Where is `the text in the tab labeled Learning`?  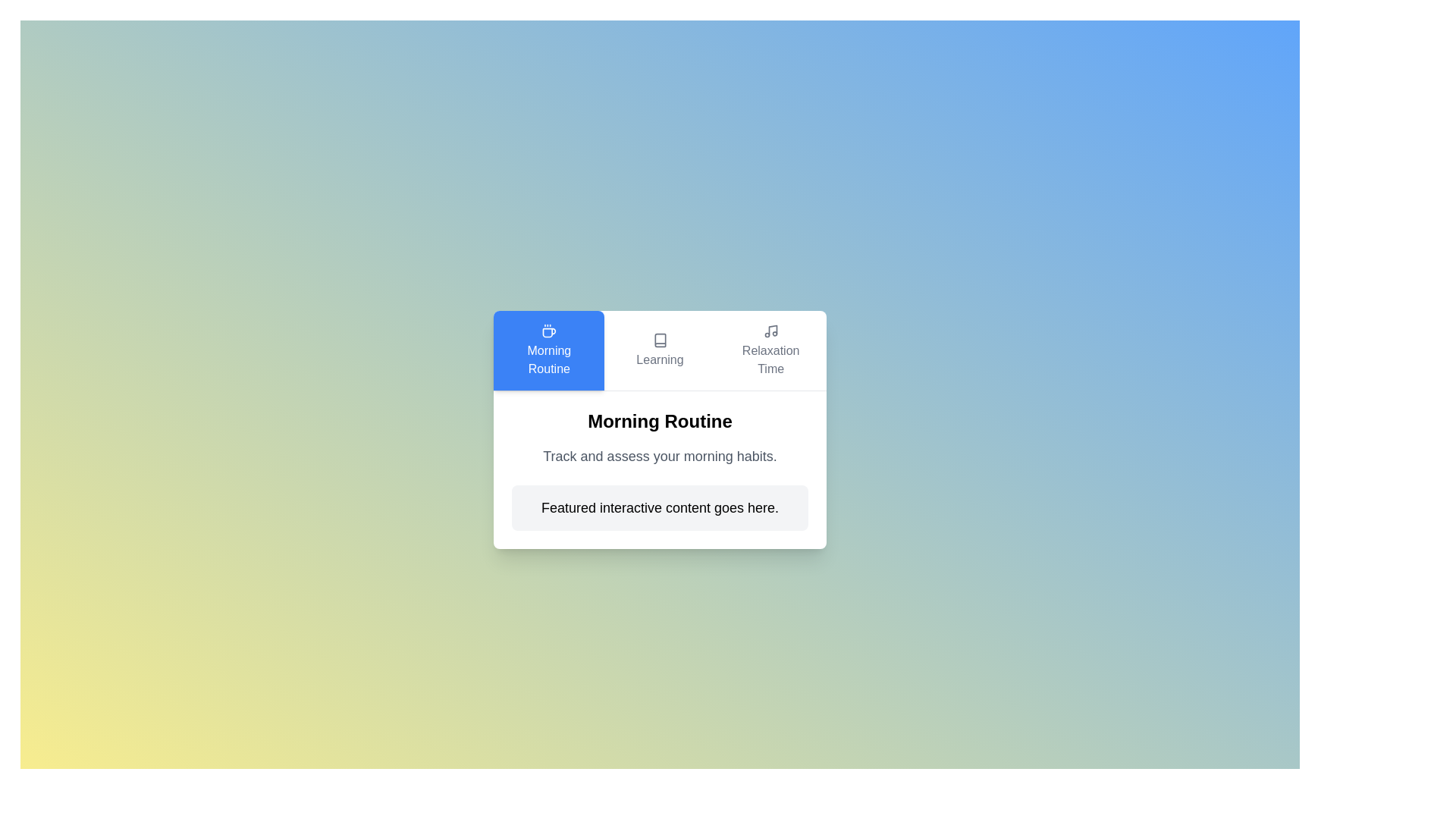 the text in the tab labeled Learning is located at coordinates (660, 350).